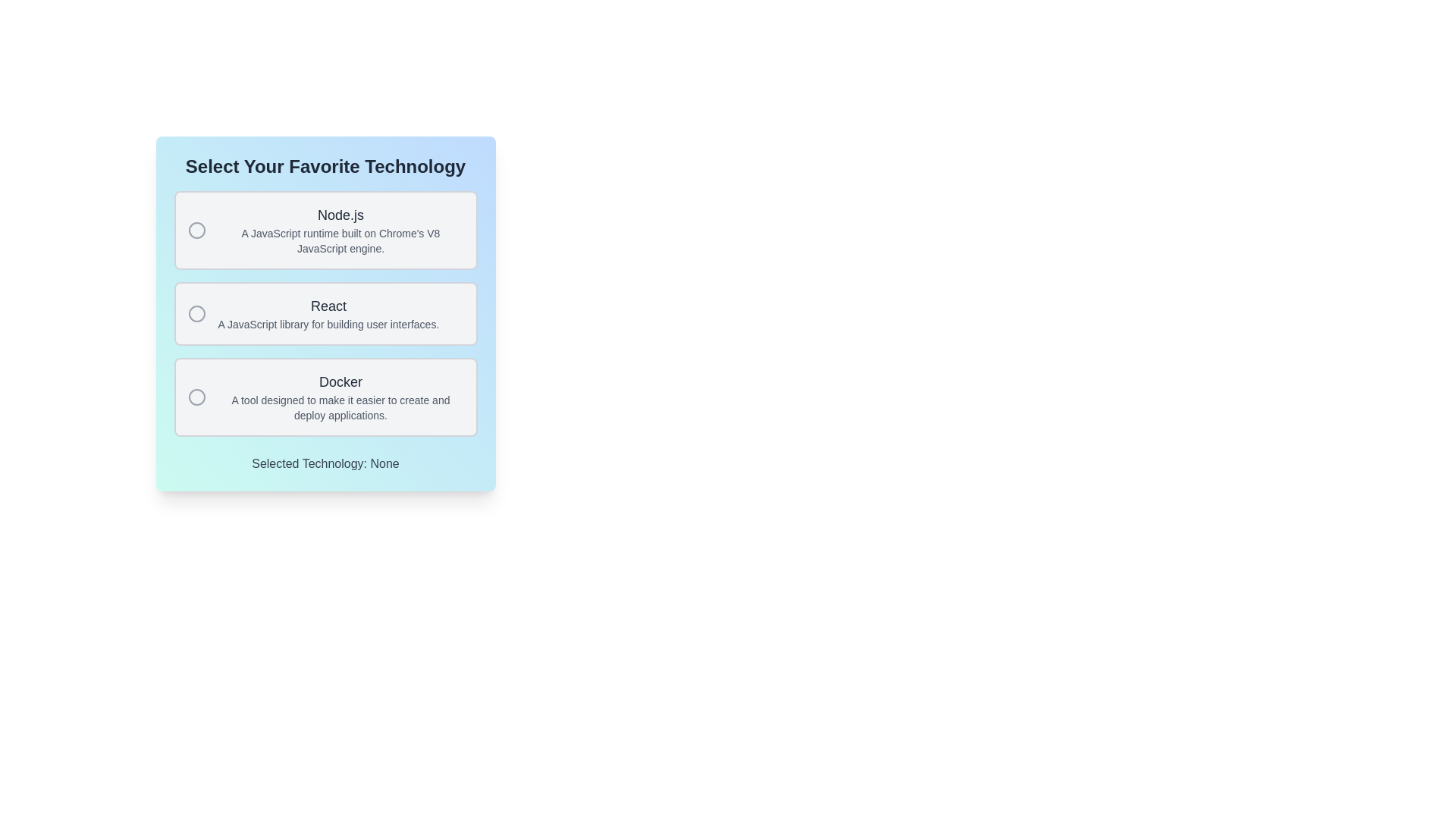 The image size is (1456, 819). Describe the element at coordinates (340, 406) in the screenshot. I see `the explanatory subtitle text label located below the 'Docker' title in the third option card, which provides additional information about the Docker choice` at that location.